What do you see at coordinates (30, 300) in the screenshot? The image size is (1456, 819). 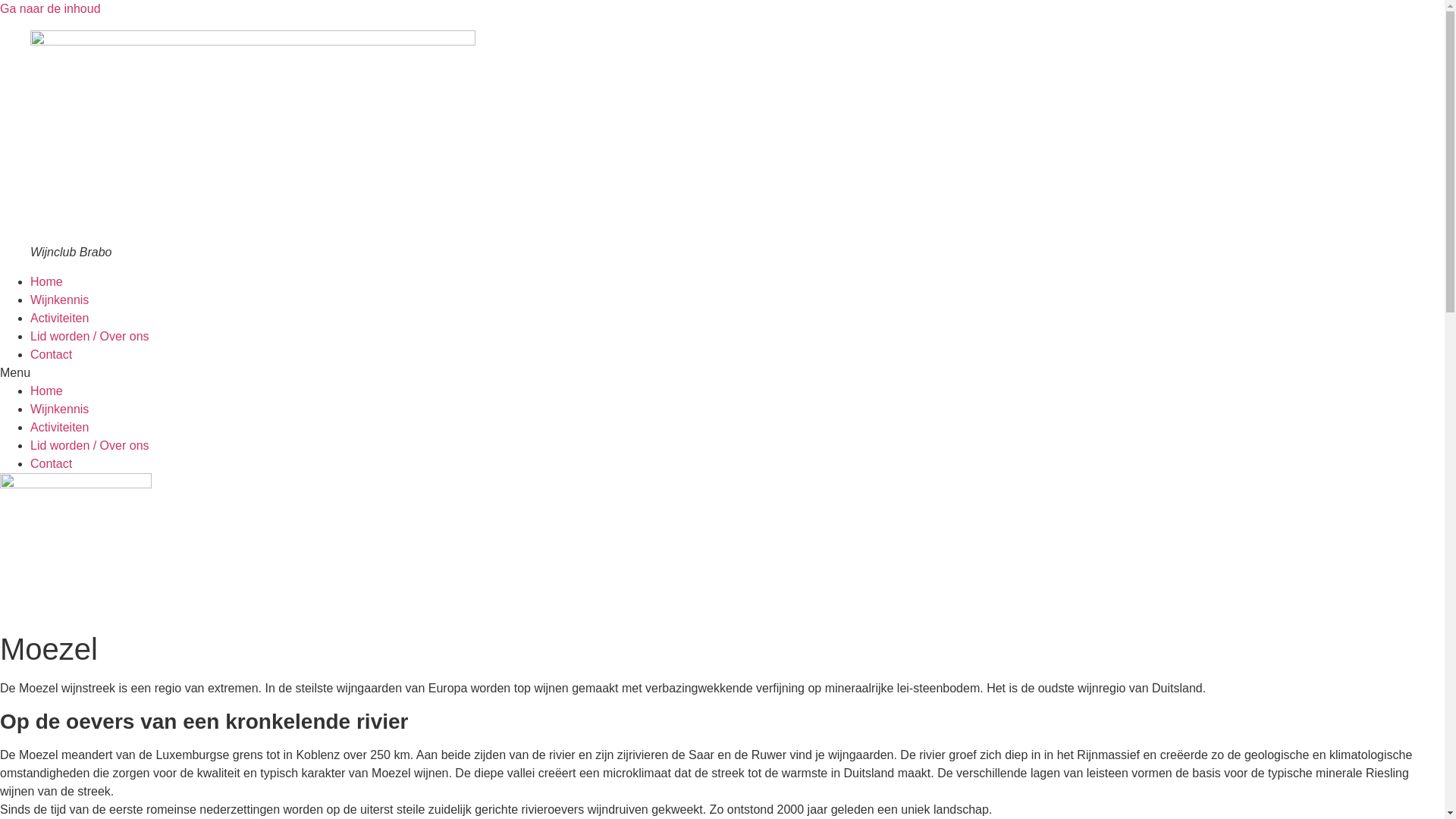 I see `'Wijnkennis'` at bounding box center [30, 300].